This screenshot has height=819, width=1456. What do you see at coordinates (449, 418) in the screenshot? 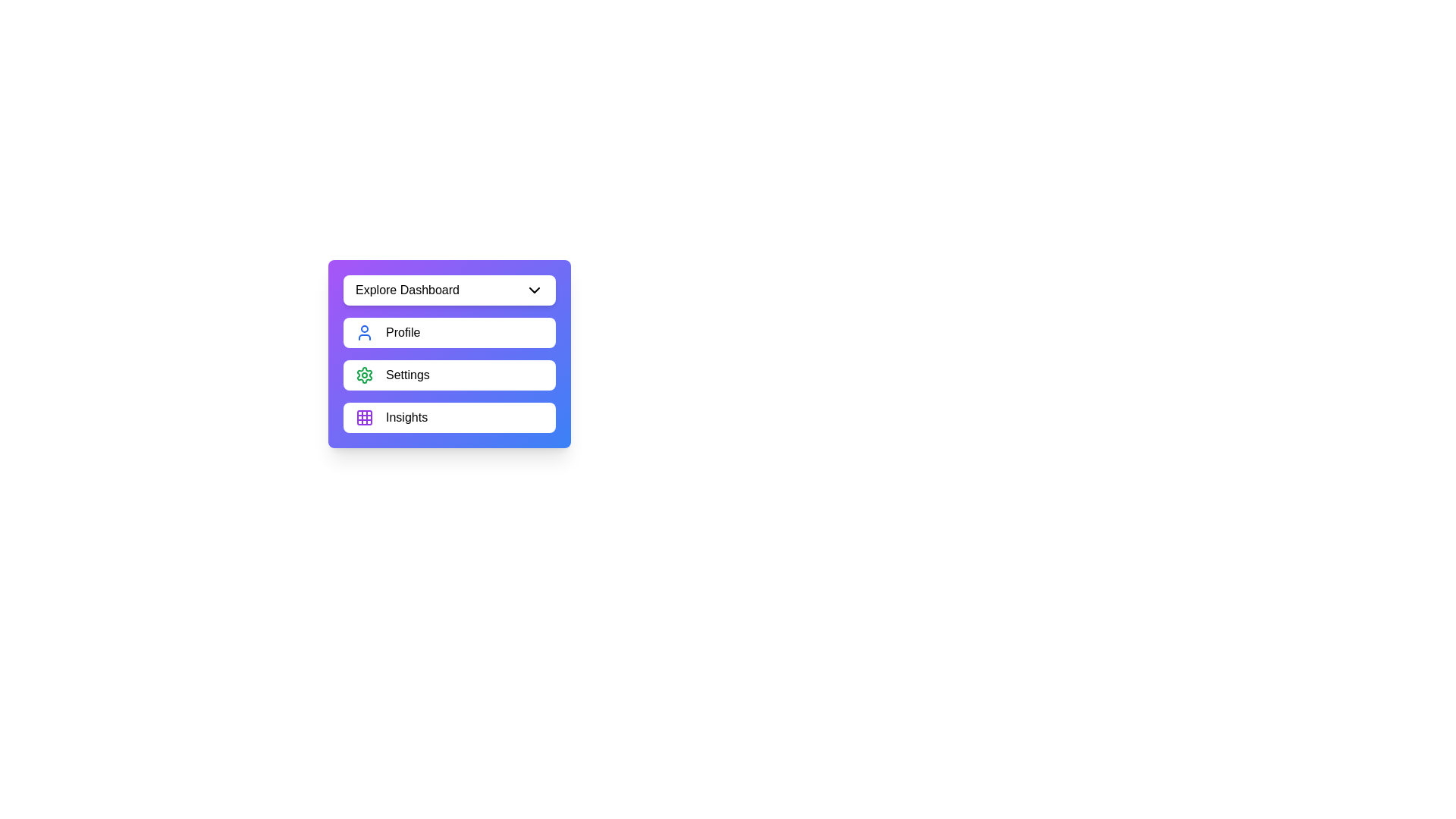
I see `the menu item Insights` at bounding box center [449, 418].